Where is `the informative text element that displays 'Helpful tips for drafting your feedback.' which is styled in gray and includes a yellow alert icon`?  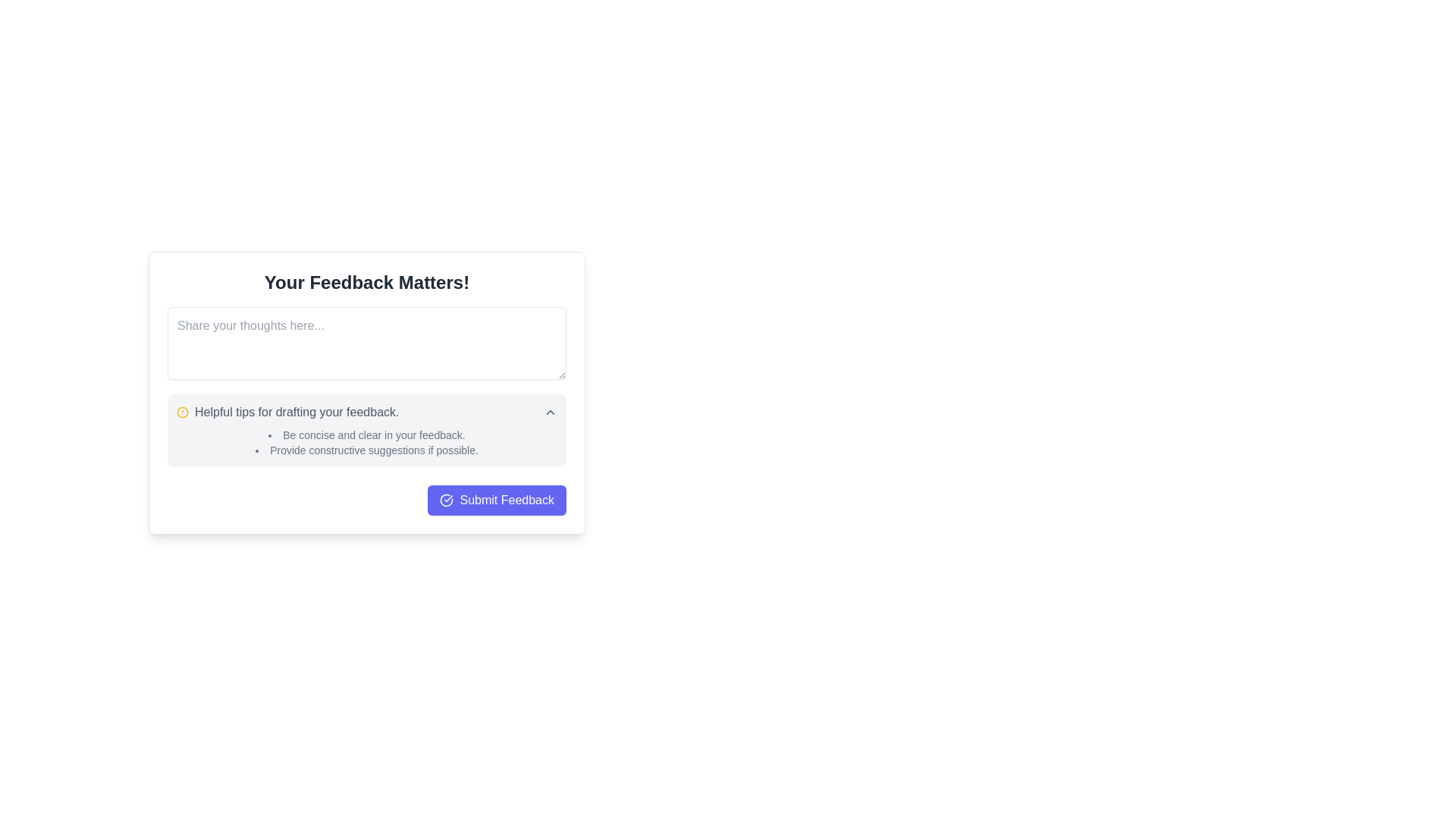 the informative text element that displays 'Helpful tips for drafting your feedback.' which is styled in gray and includes a yellow alert icon is located at coordinates (287, 412).